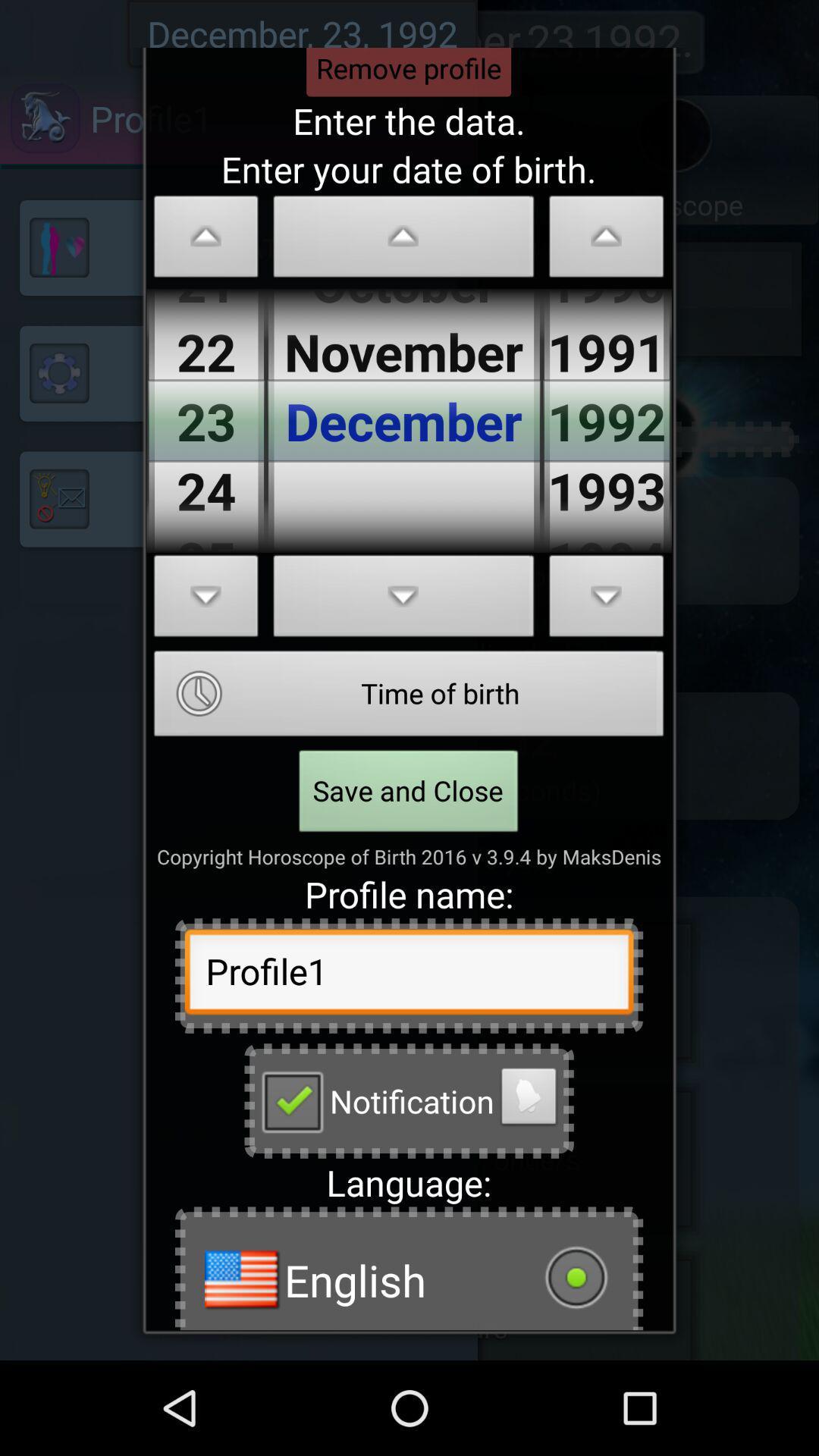 The image size is (819, 1456). Describe the element at coordinates (206, 600) in the screenshot. I see `increase date of birth value` at that location.